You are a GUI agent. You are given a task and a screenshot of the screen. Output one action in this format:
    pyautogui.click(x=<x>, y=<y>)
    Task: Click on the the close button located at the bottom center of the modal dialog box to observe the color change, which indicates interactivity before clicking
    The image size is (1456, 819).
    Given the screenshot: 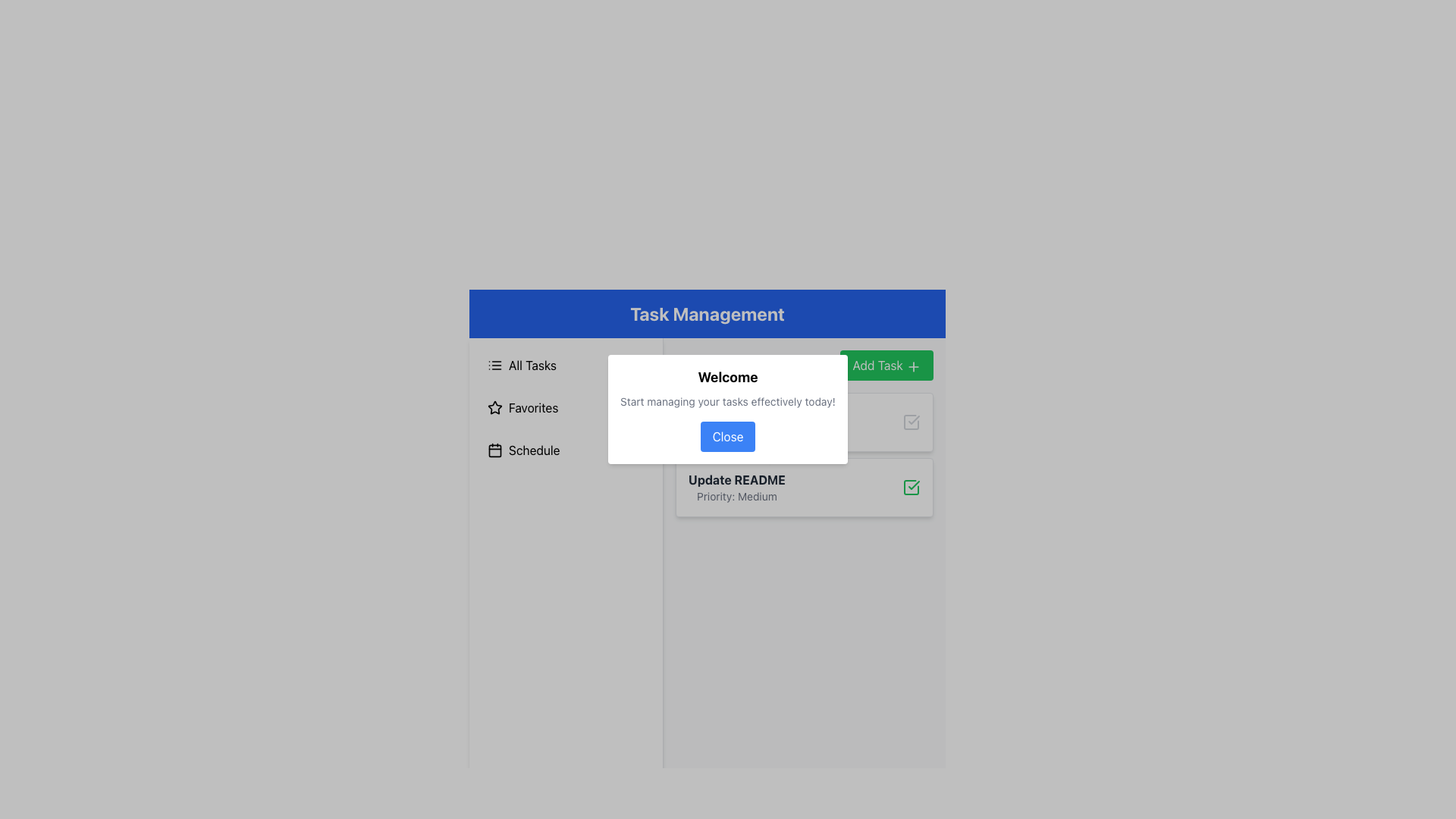 What is the action you would take?
    pyautogui.click(x=728, y=436)
    